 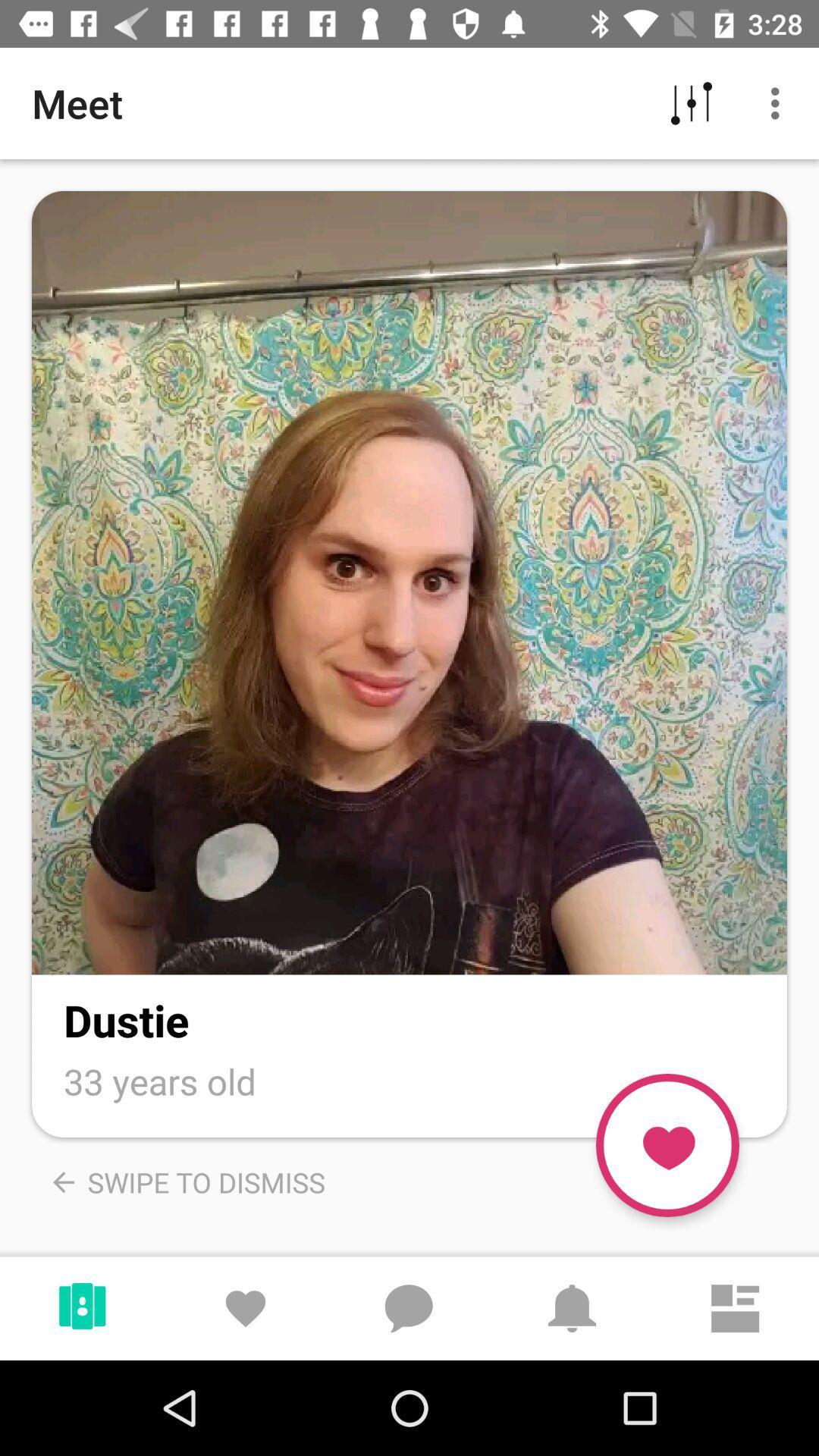 What do you see at coordinates (160, 1081) in the screenshot?
I see `the 33 years old` at bounding box center [160, 1081].